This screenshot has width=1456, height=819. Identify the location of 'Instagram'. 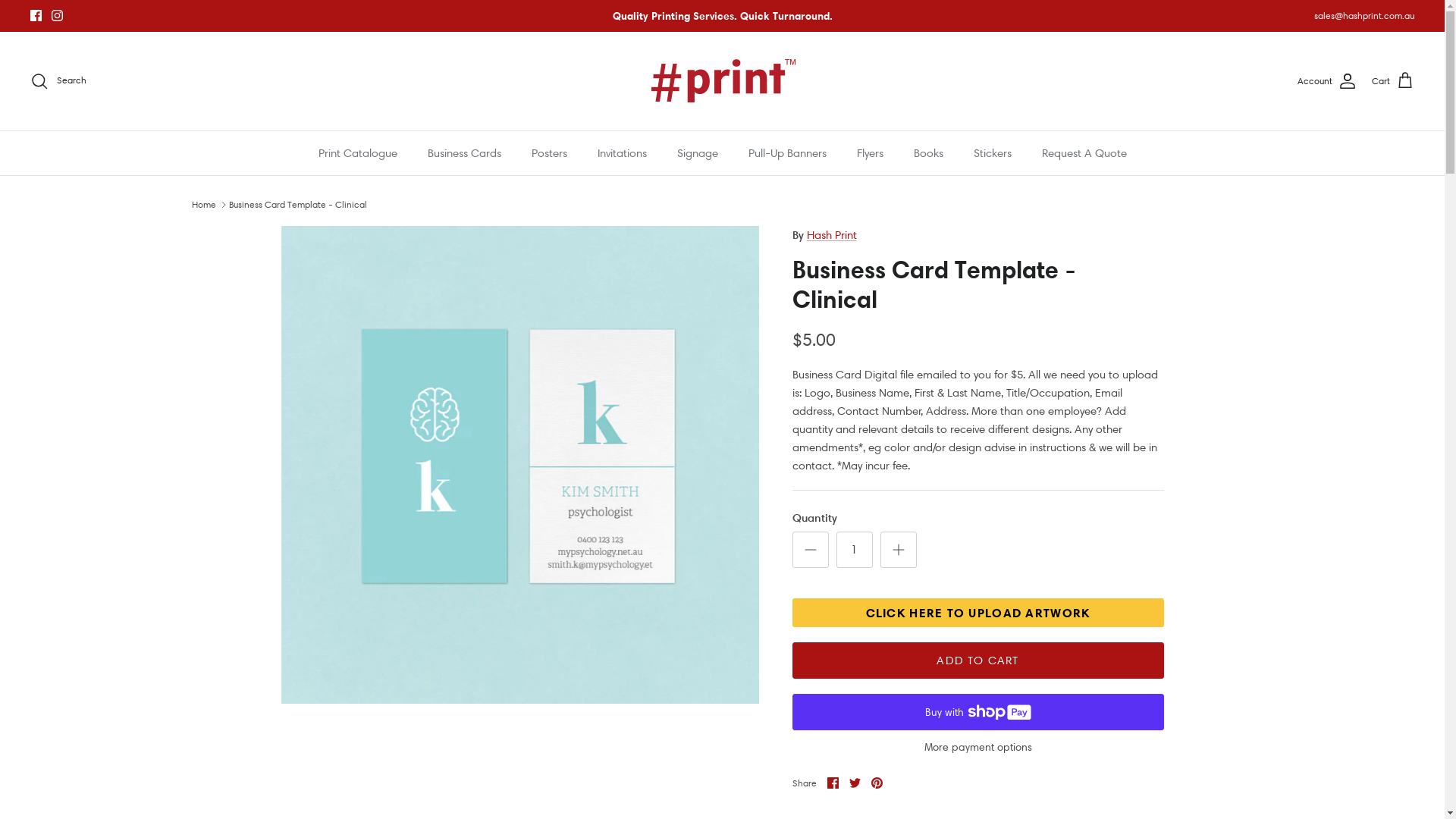
(57, 15).